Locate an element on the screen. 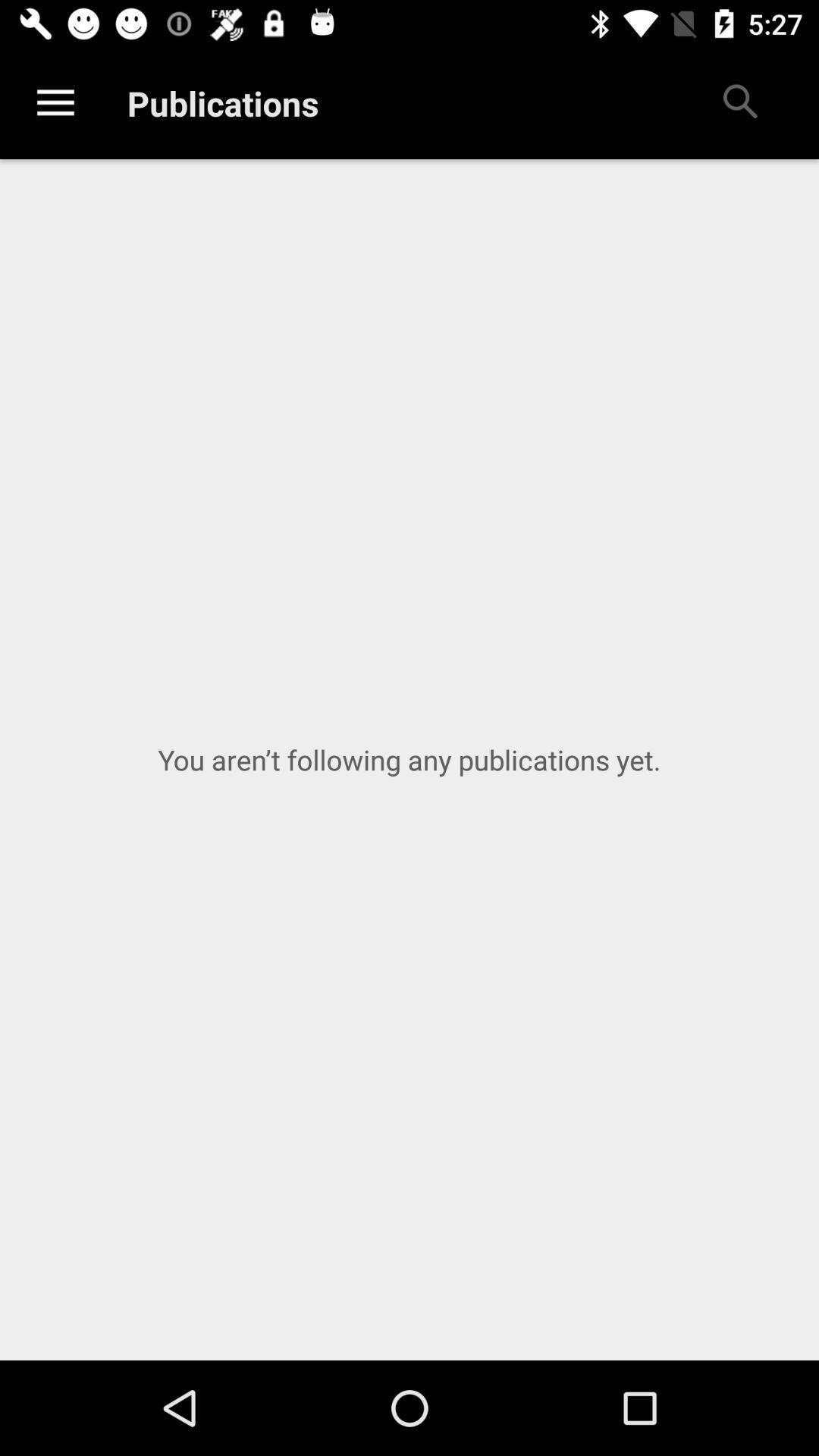  the item next to the publications is located at coordinates (739, 102).